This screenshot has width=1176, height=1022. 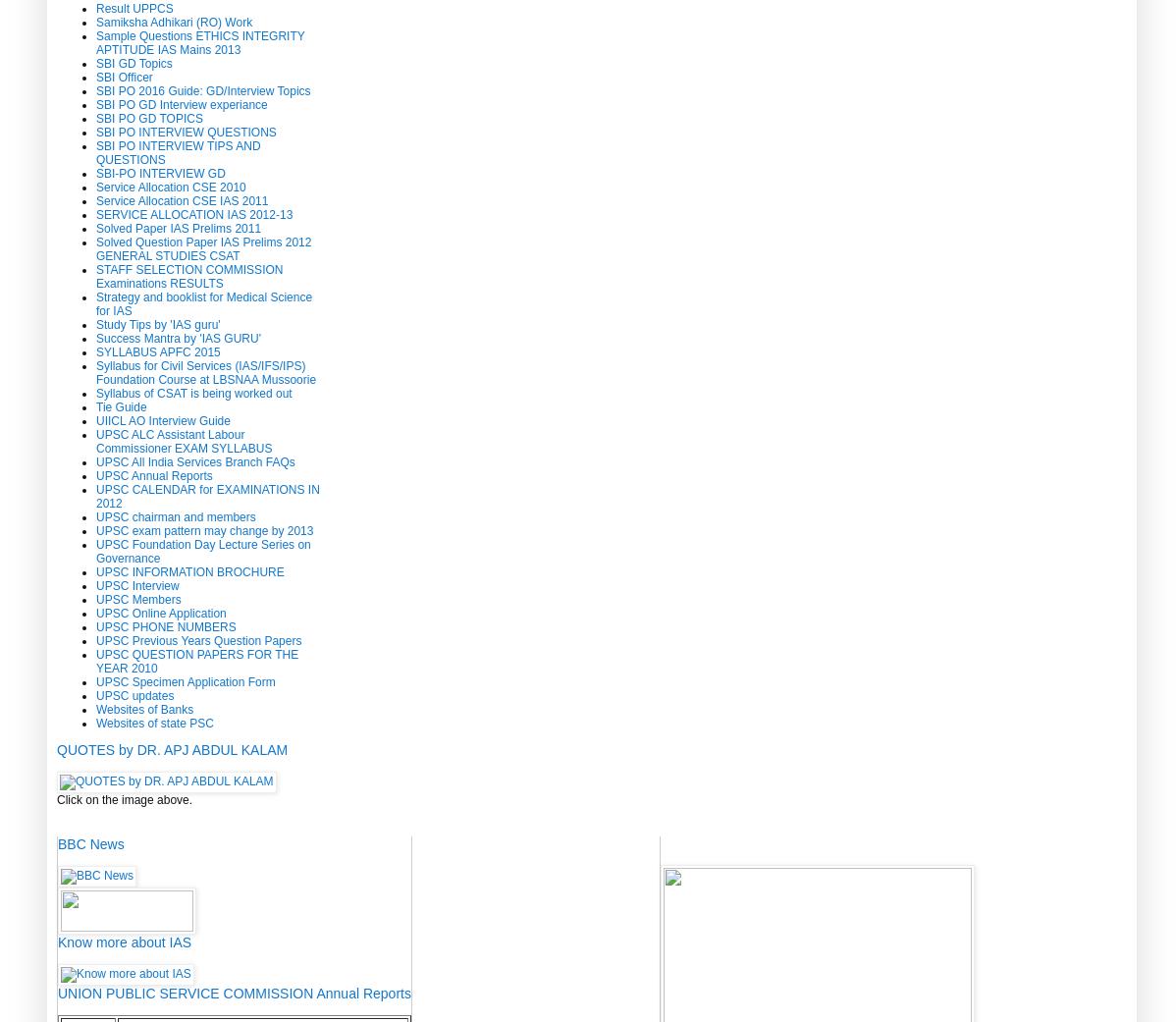 I want to click on 'STAFF SELECTION COMMISSION Examinations RESULTS', so click(x=187, y=274).